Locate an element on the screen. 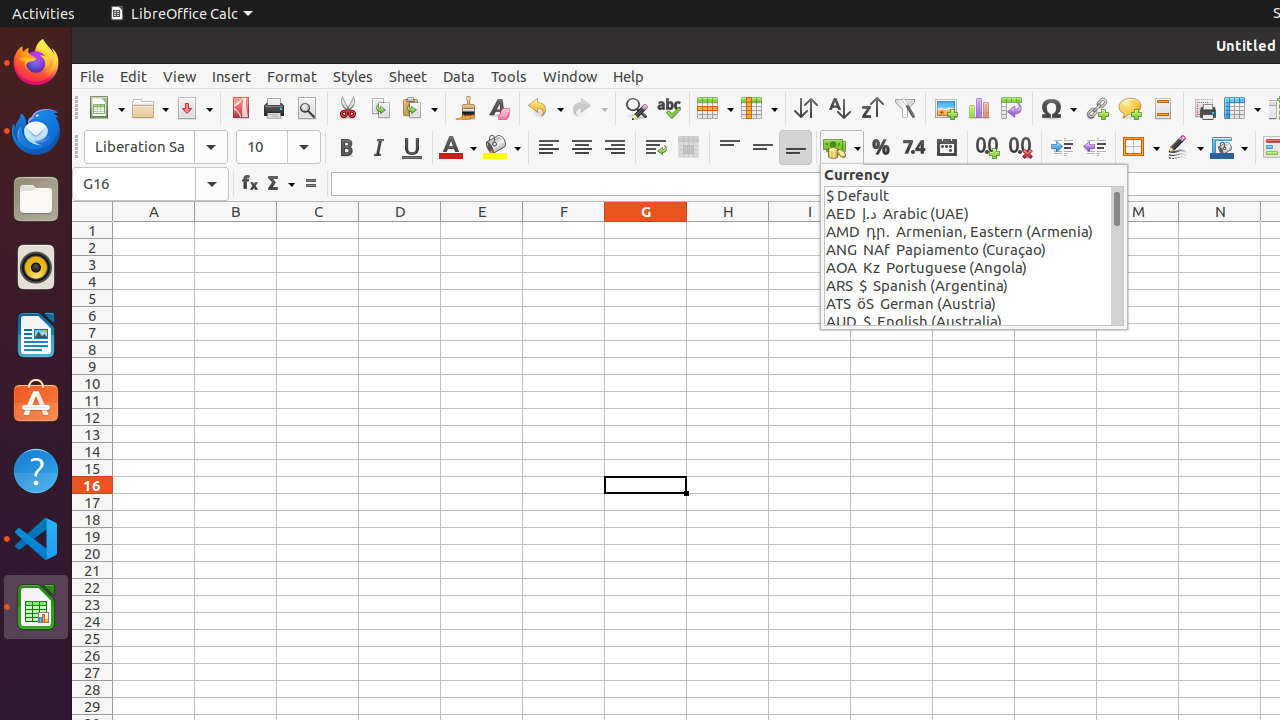  'D1' is located at coordinates (400, 229).